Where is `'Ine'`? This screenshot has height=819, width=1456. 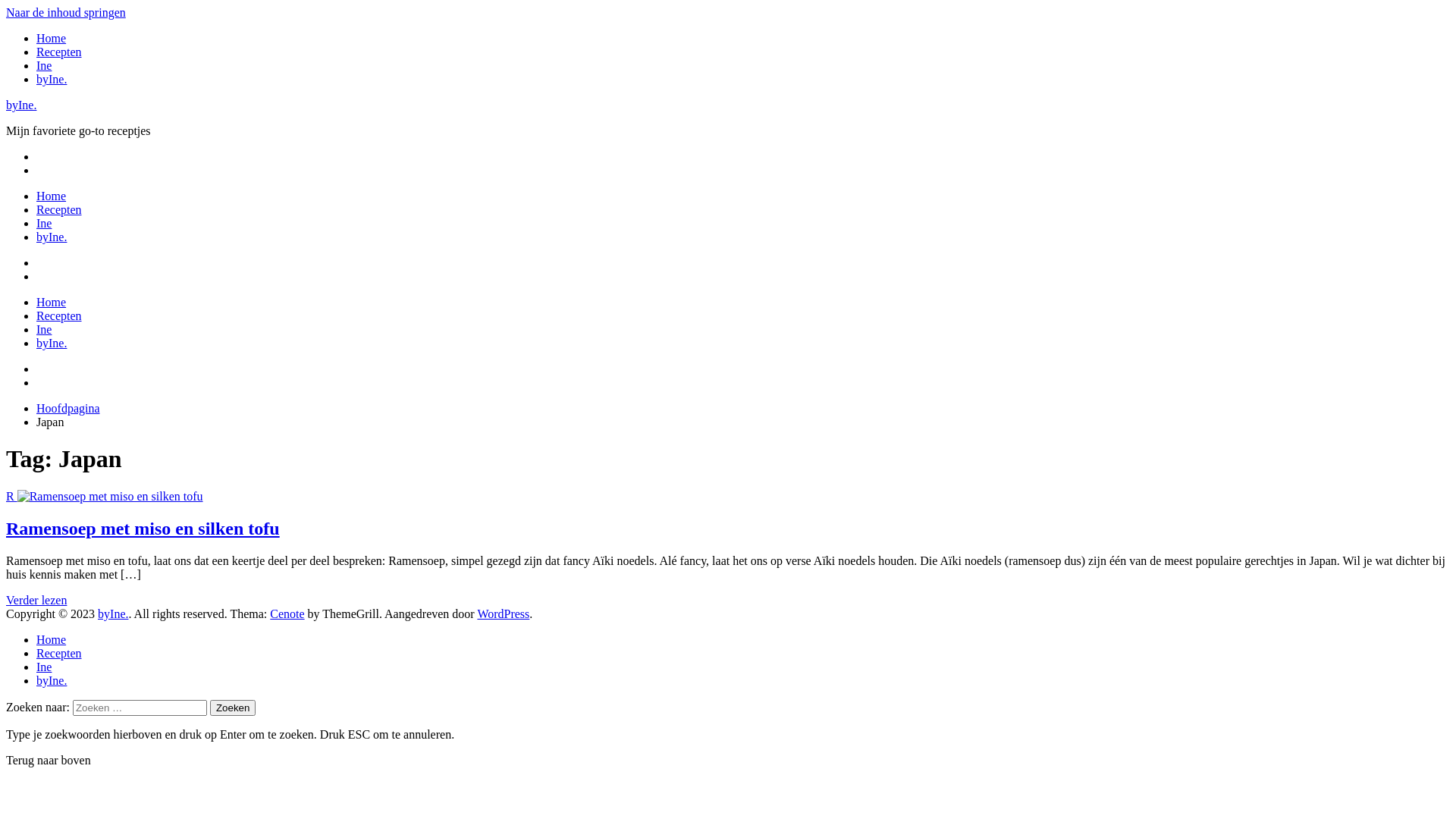 'Ine' is located at coordinates (43, 666).